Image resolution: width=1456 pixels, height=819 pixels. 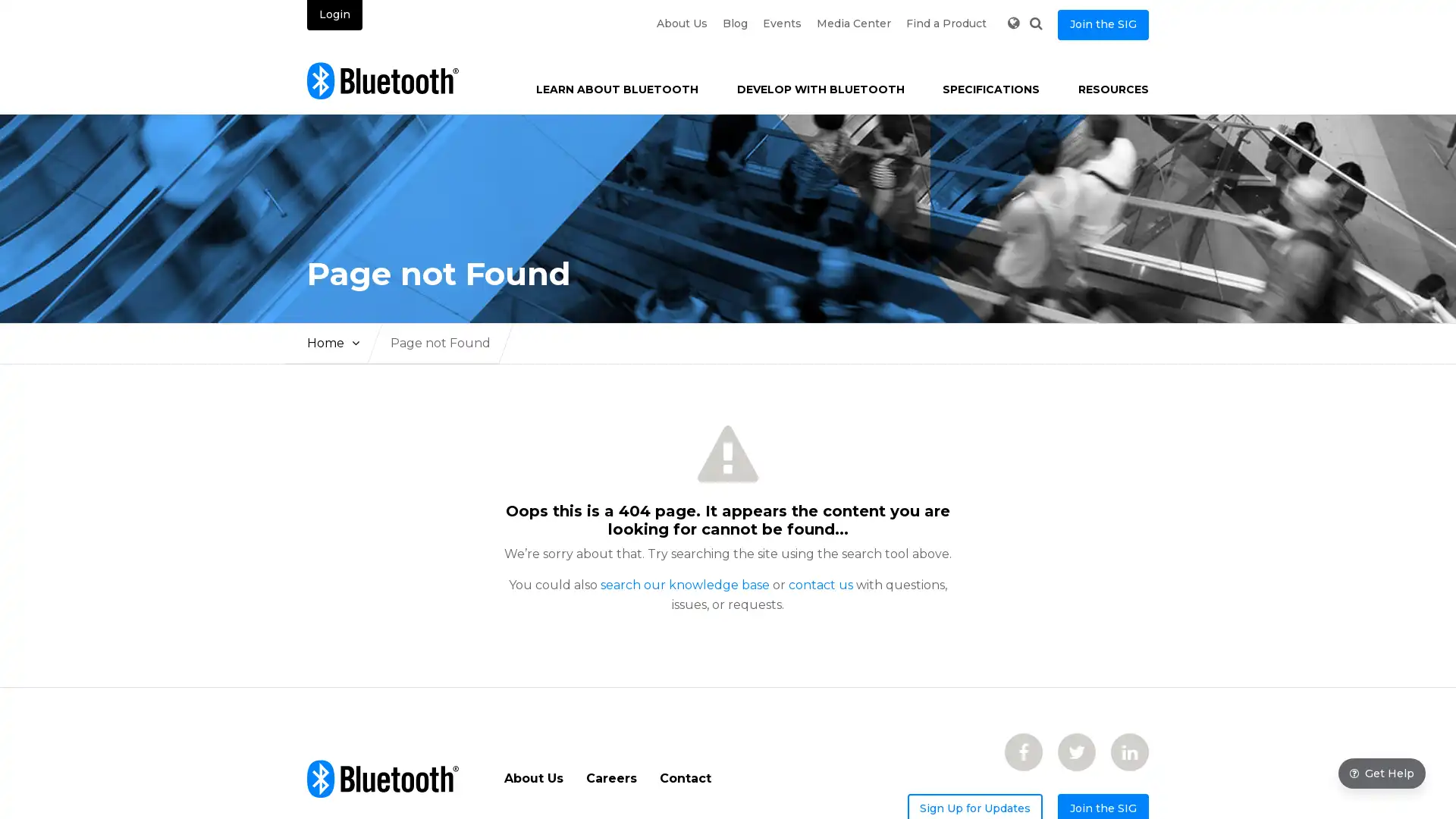 I want to click on Language, so click(x=1012, y=23).